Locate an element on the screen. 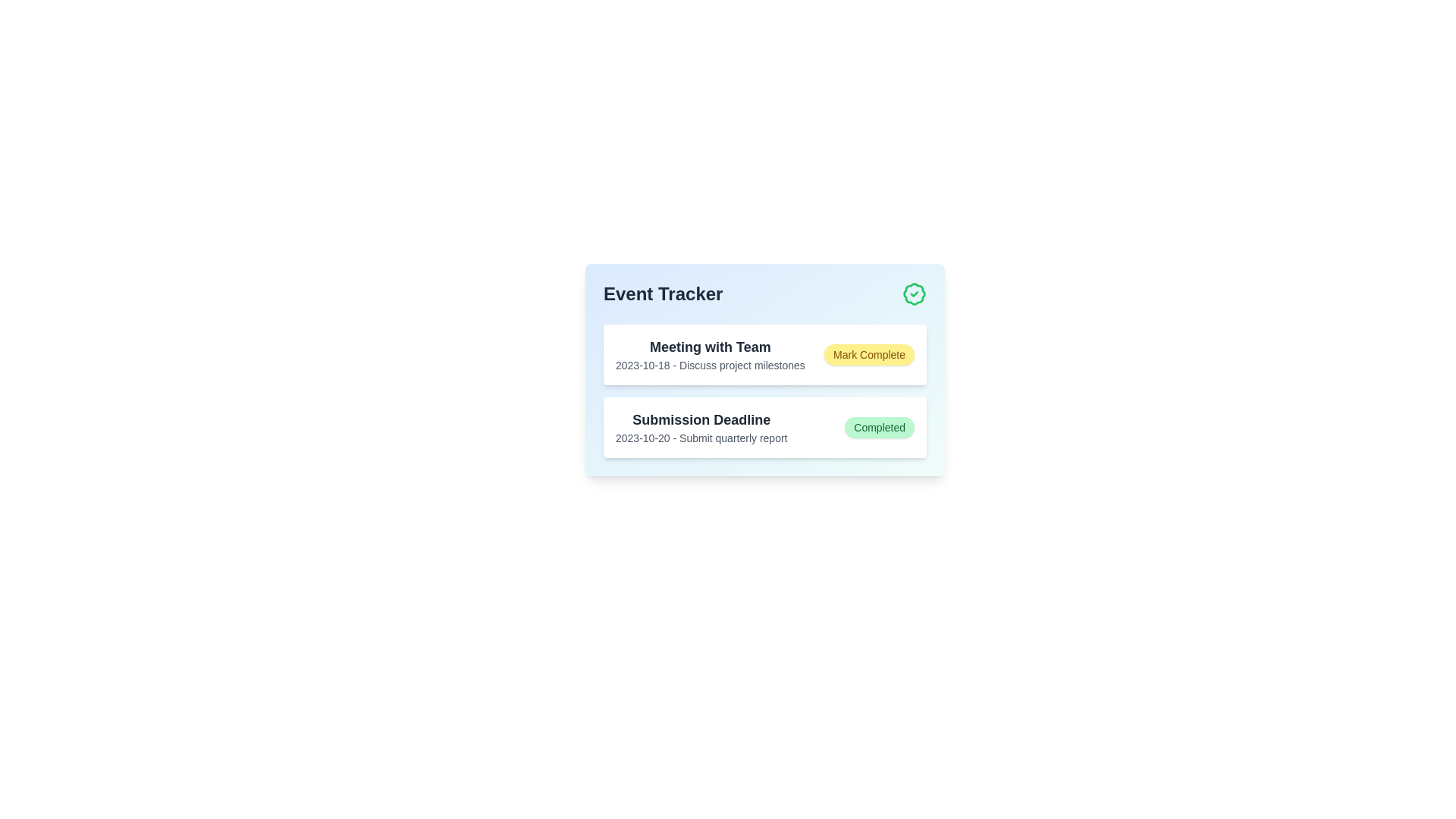 The width and height of the screenshot is (1456, 819). the bold, extra-large title text 'Event Tracker' located in the top-left corner of the blue card interface is located at coordinates (663, 294).